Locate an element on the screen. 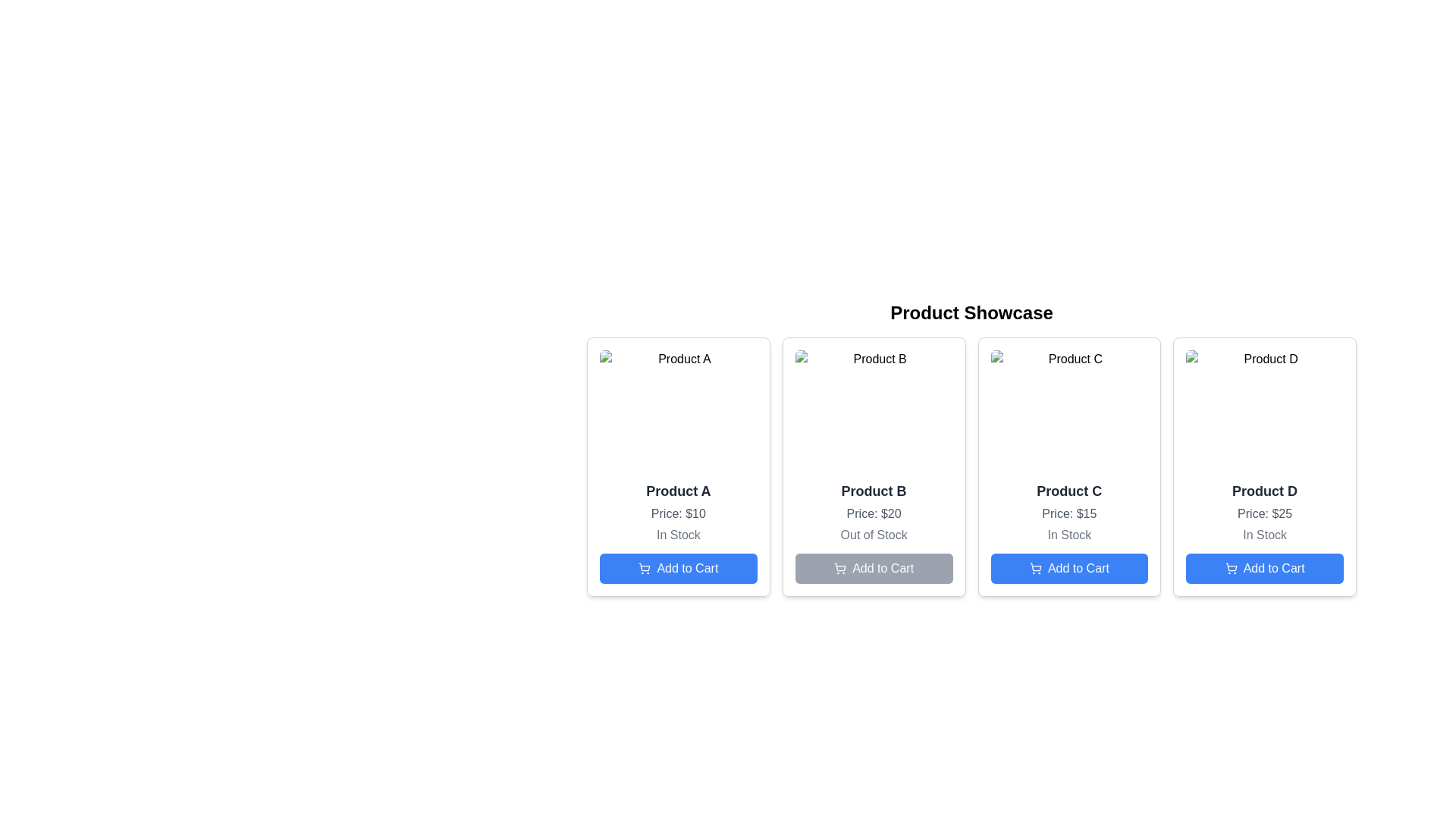 Image resolution: width=1456 pixels, height=819 pixels. the price information text for 'Product A', which is located below the title and above the stock availability text in the product details card is located at coordinates (677, 513).